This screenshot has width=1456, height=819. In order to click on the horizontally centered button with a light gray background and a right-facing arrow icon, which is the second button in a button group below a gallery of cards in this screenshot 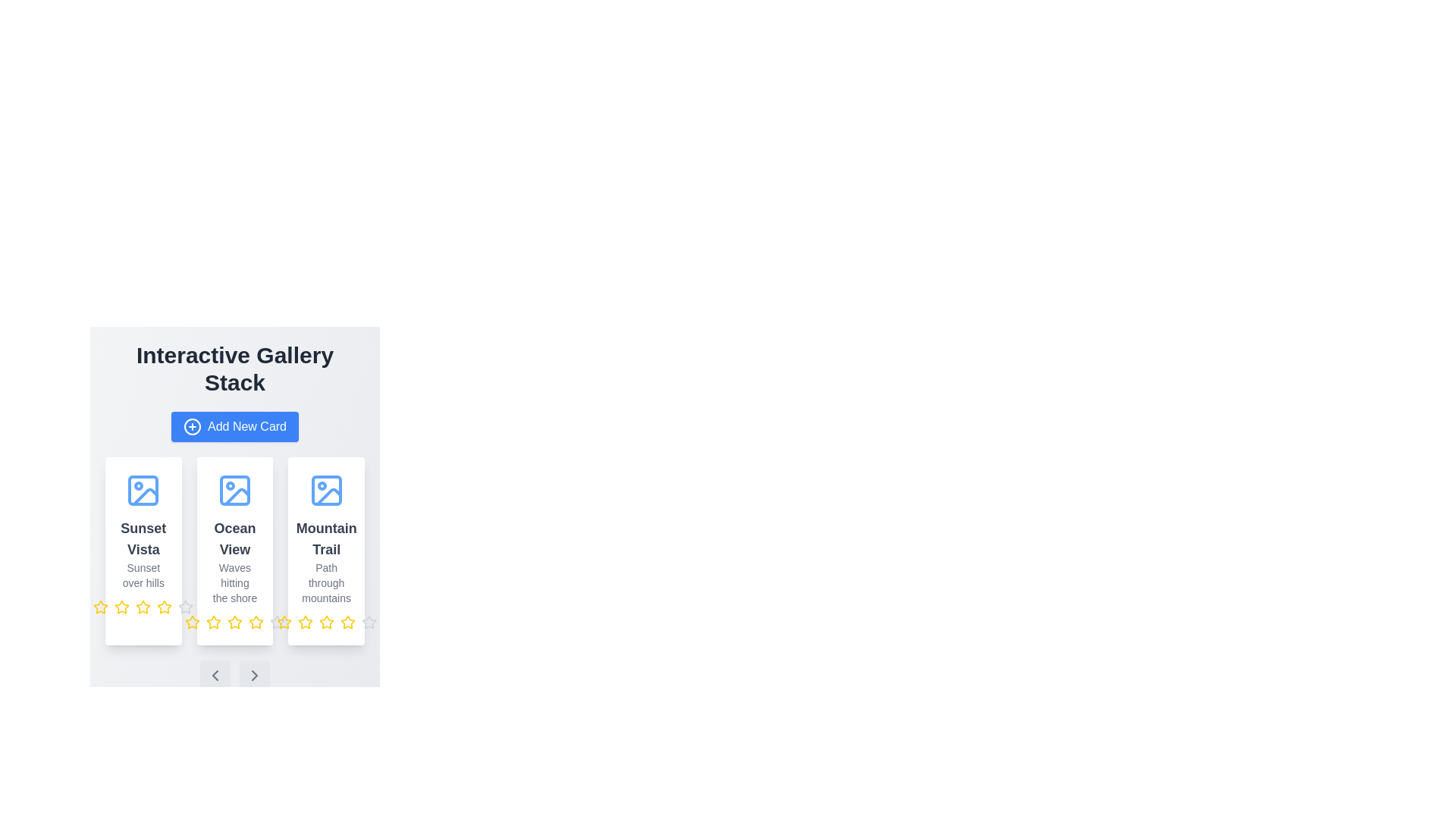, I will do `click(255, 675)`.